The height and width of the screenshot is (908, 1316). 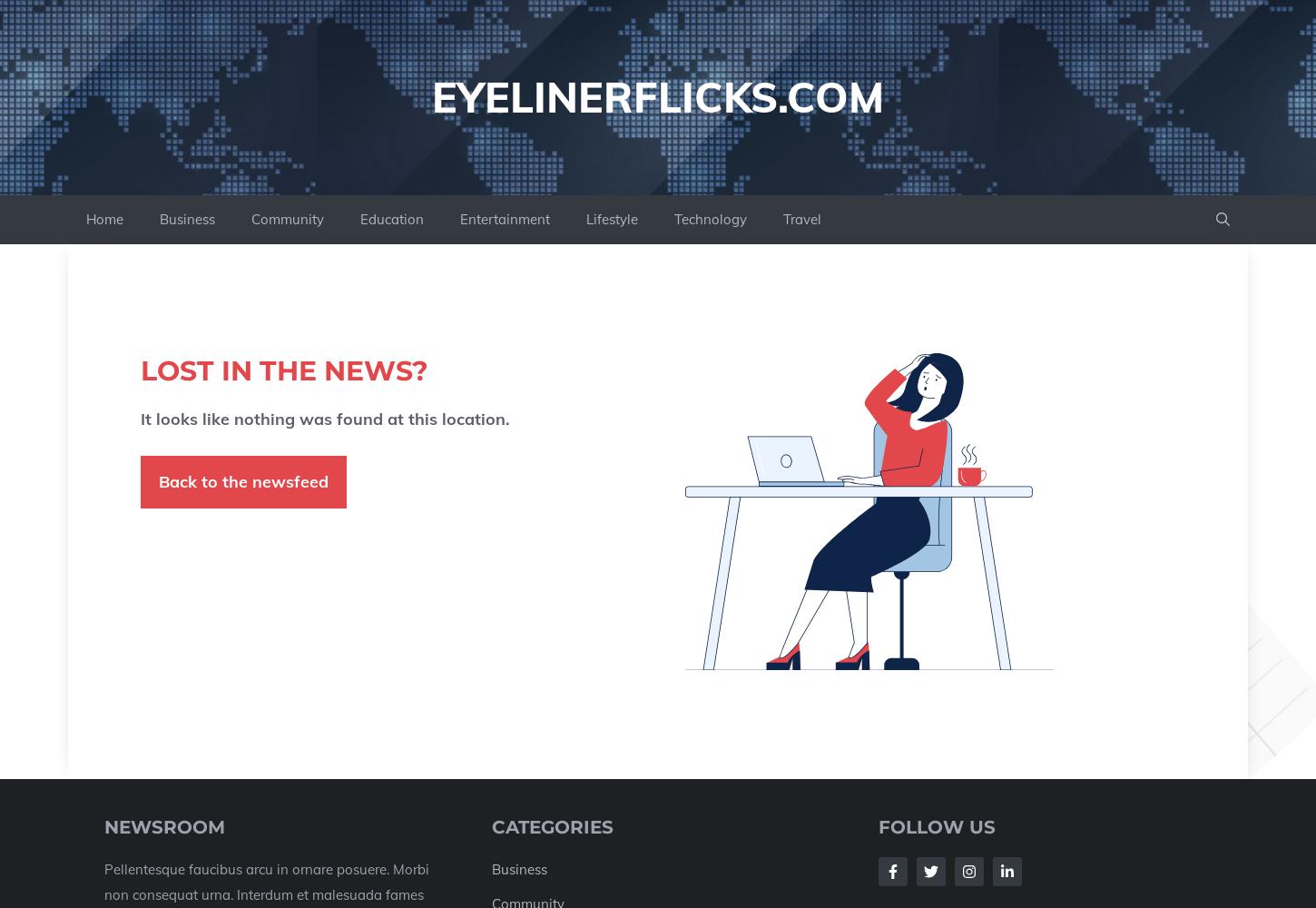 What do you see at coordinates (85, 218) in the screenshot?
I see `'Home'` at bounding box center [85, 218].